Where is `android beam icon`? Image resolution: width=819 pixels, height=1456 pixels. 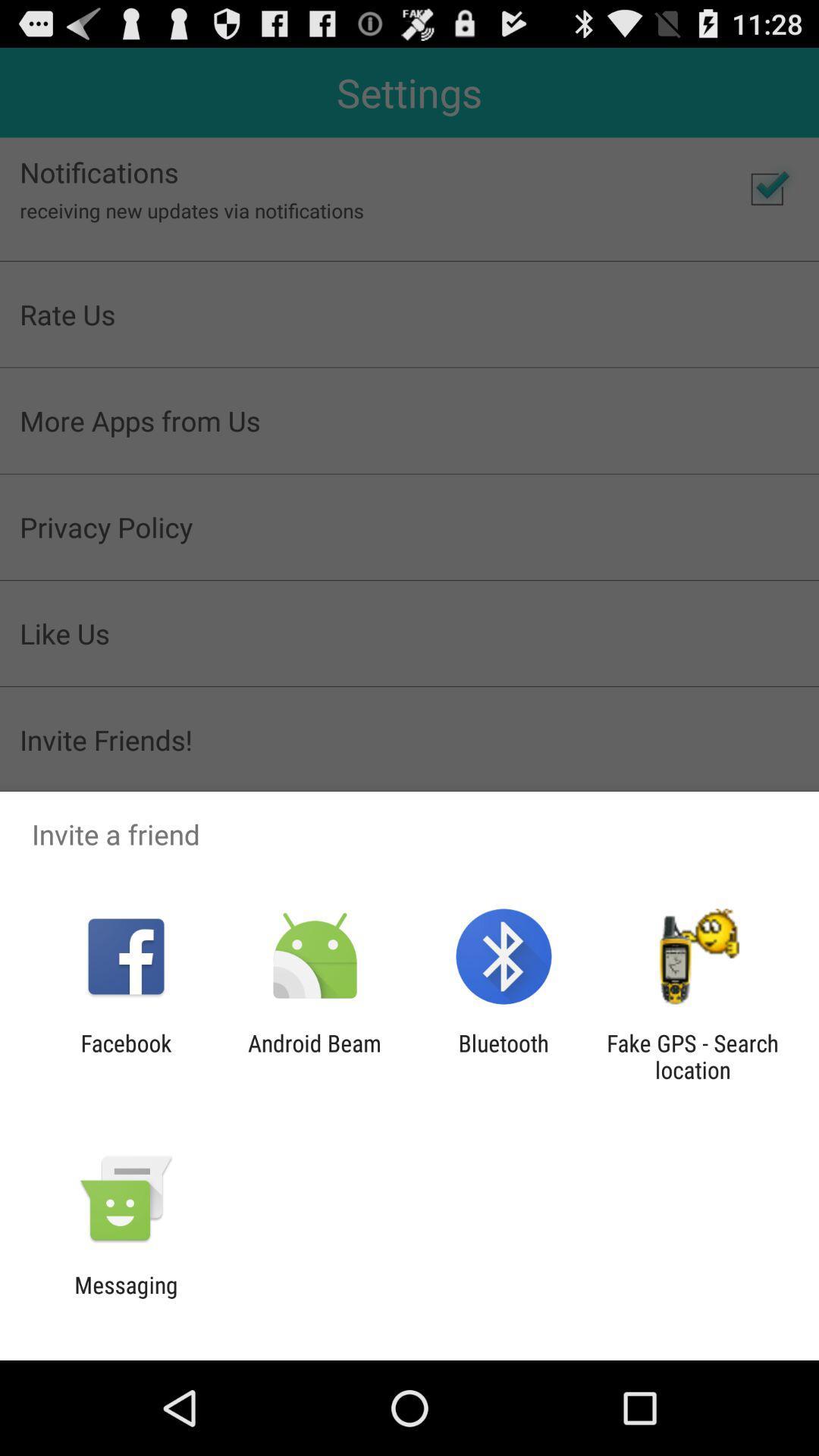 android beam icon is located at coordinates (314, 1056).